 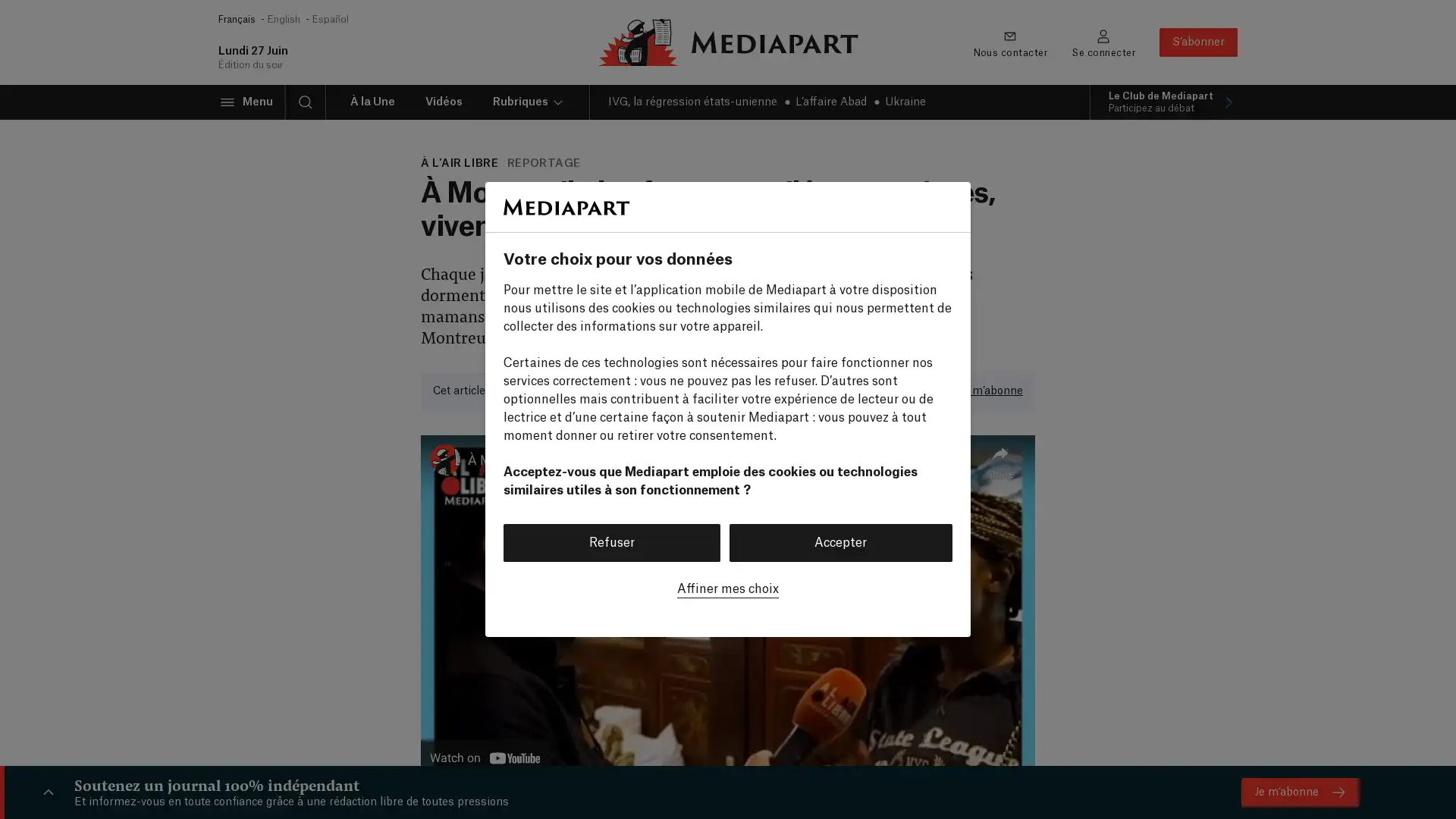 What do you see at coordinates (728, 587) in the screenshot?
I see `Affiner mes choix` at bounding box center [728, 587].